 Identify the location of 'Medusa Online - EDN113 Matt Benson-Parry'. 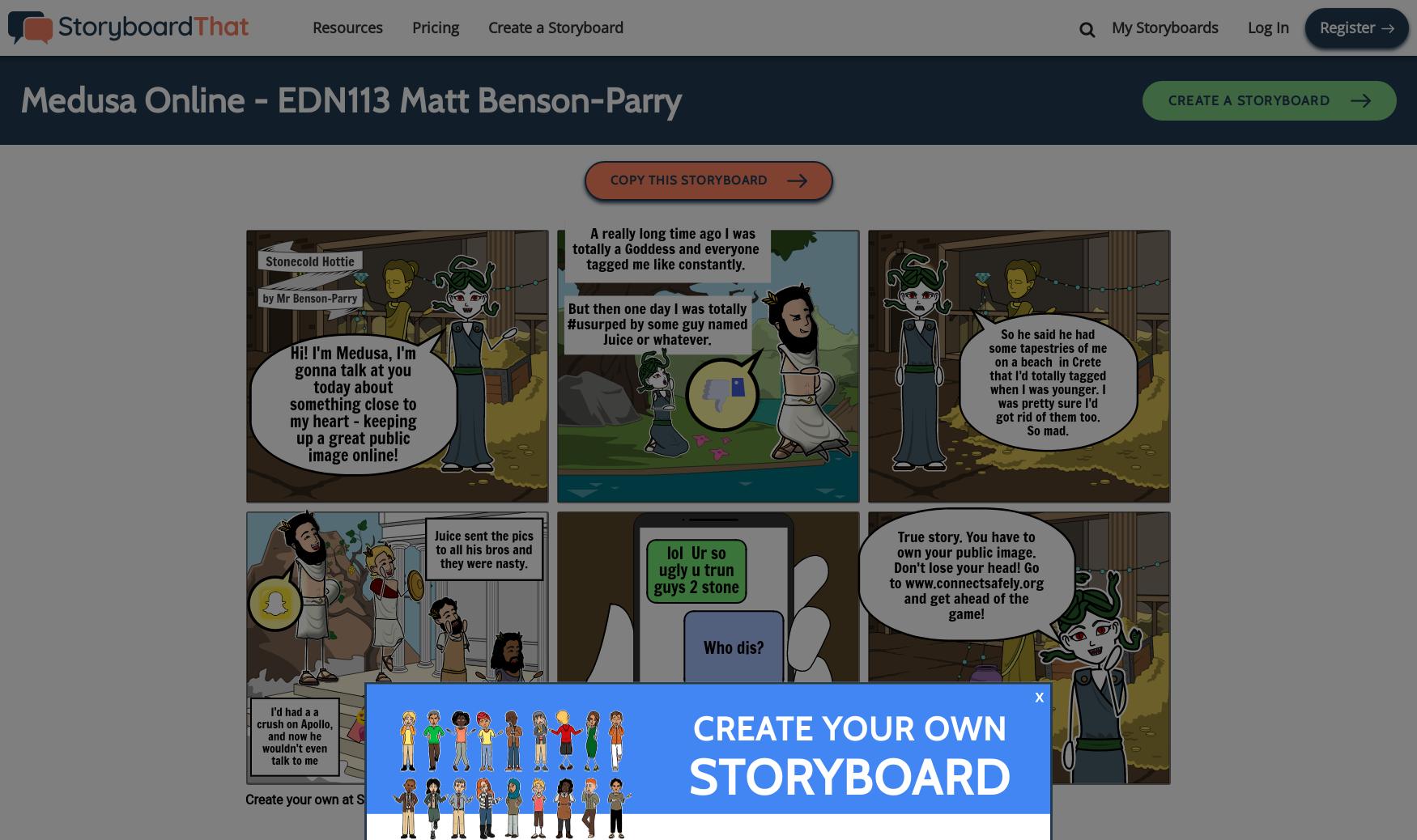
(19, 100).